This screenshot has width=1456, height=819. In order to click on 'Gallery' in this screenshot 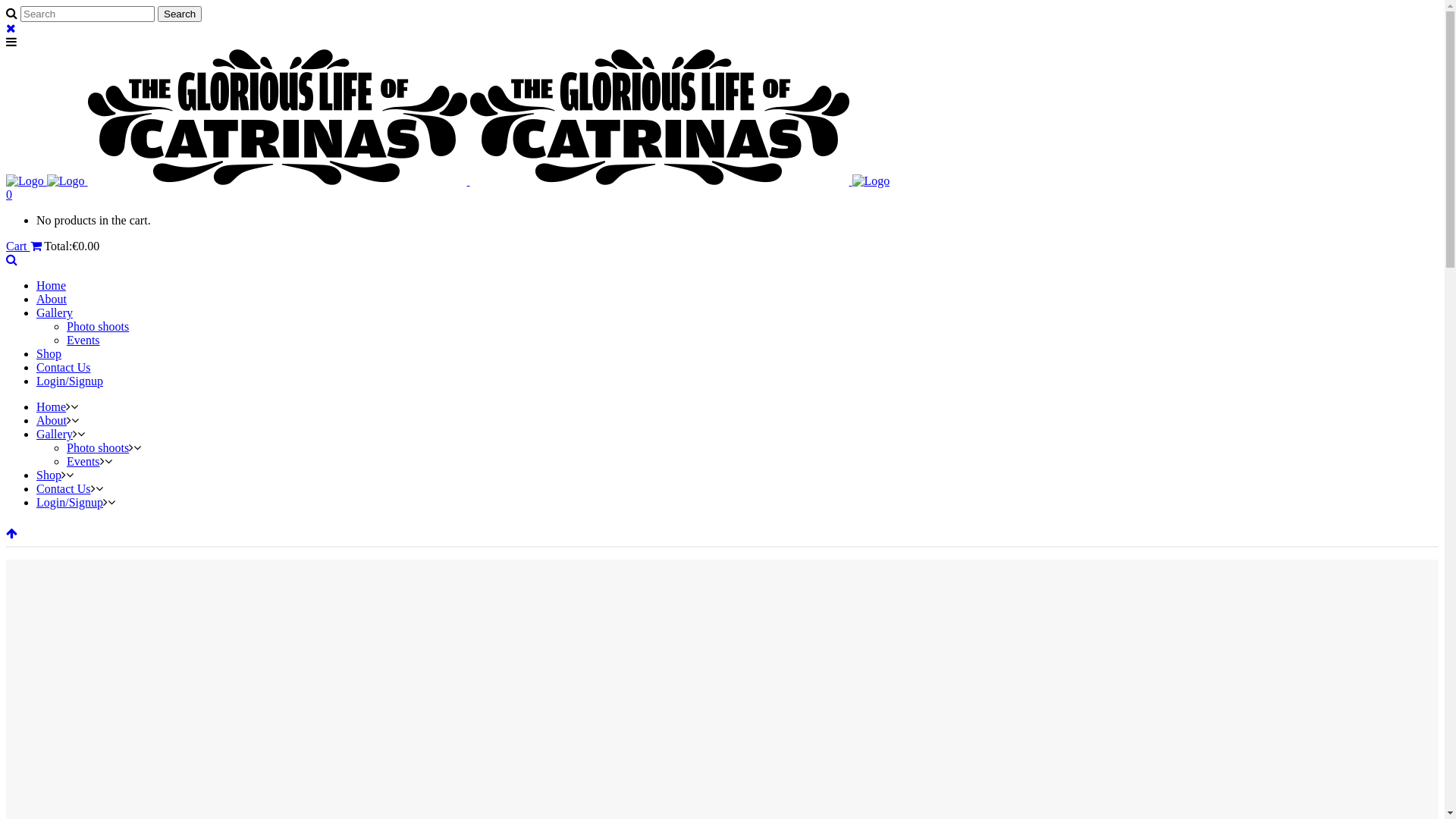, I will do `click(55, 312)`.